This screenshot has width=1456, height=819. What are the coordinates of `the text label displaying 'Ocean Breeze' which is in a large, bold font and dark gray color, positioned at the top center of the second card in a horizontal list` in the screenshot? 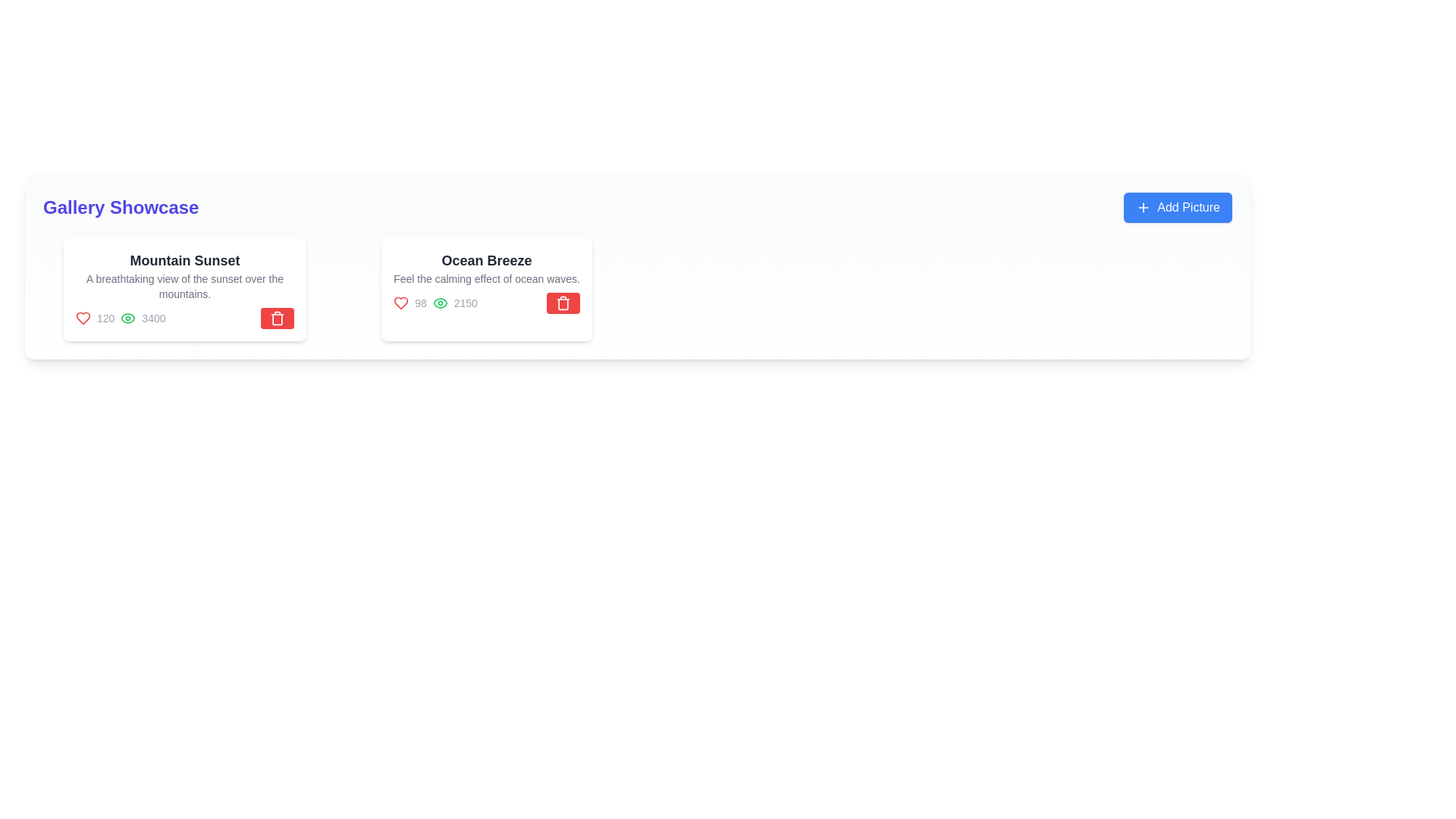 It's located at (487, 259).